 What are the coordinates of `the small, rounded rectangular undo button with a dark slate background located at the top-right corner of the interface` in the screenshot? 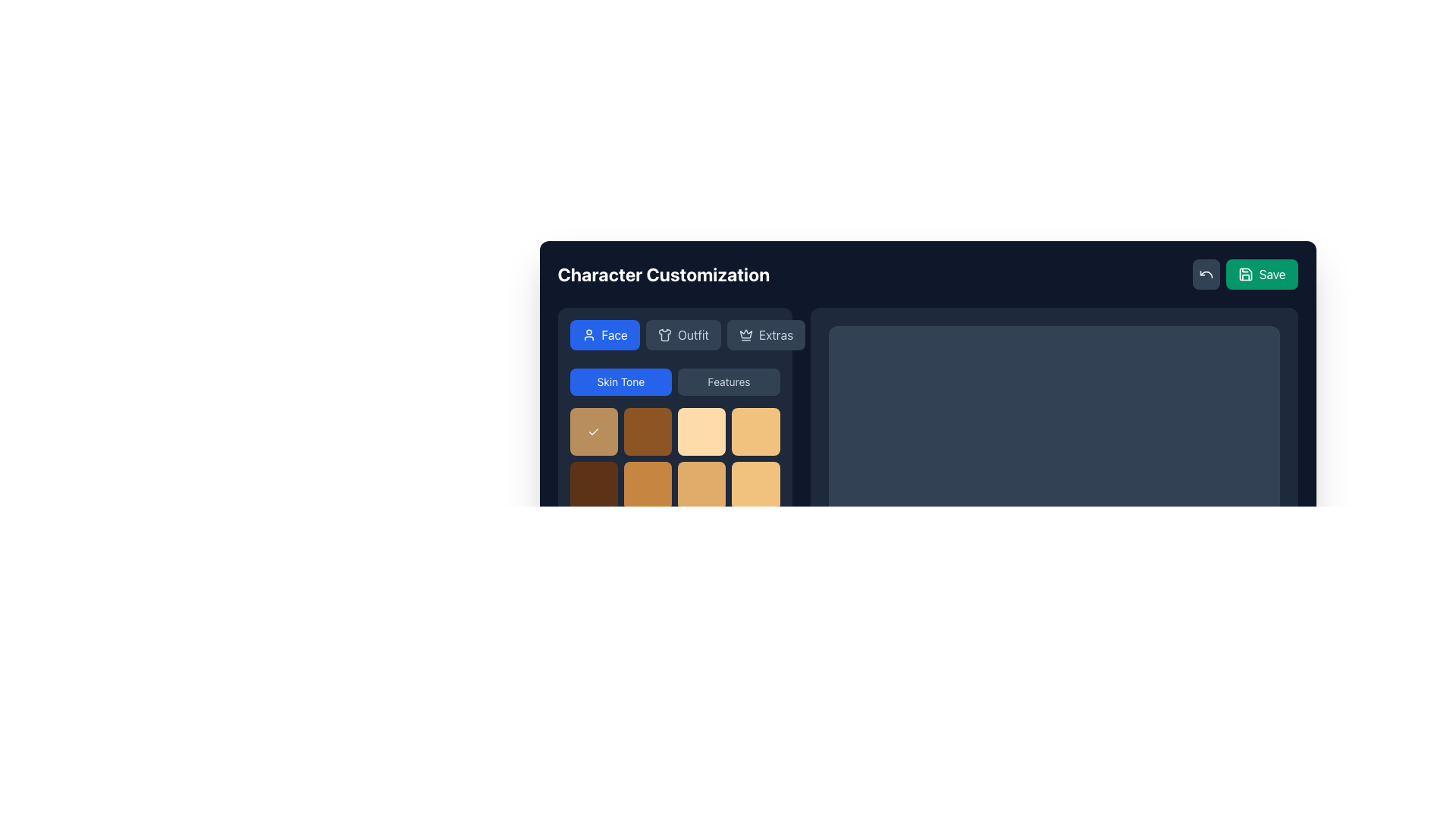 It's located at (1205, 275).